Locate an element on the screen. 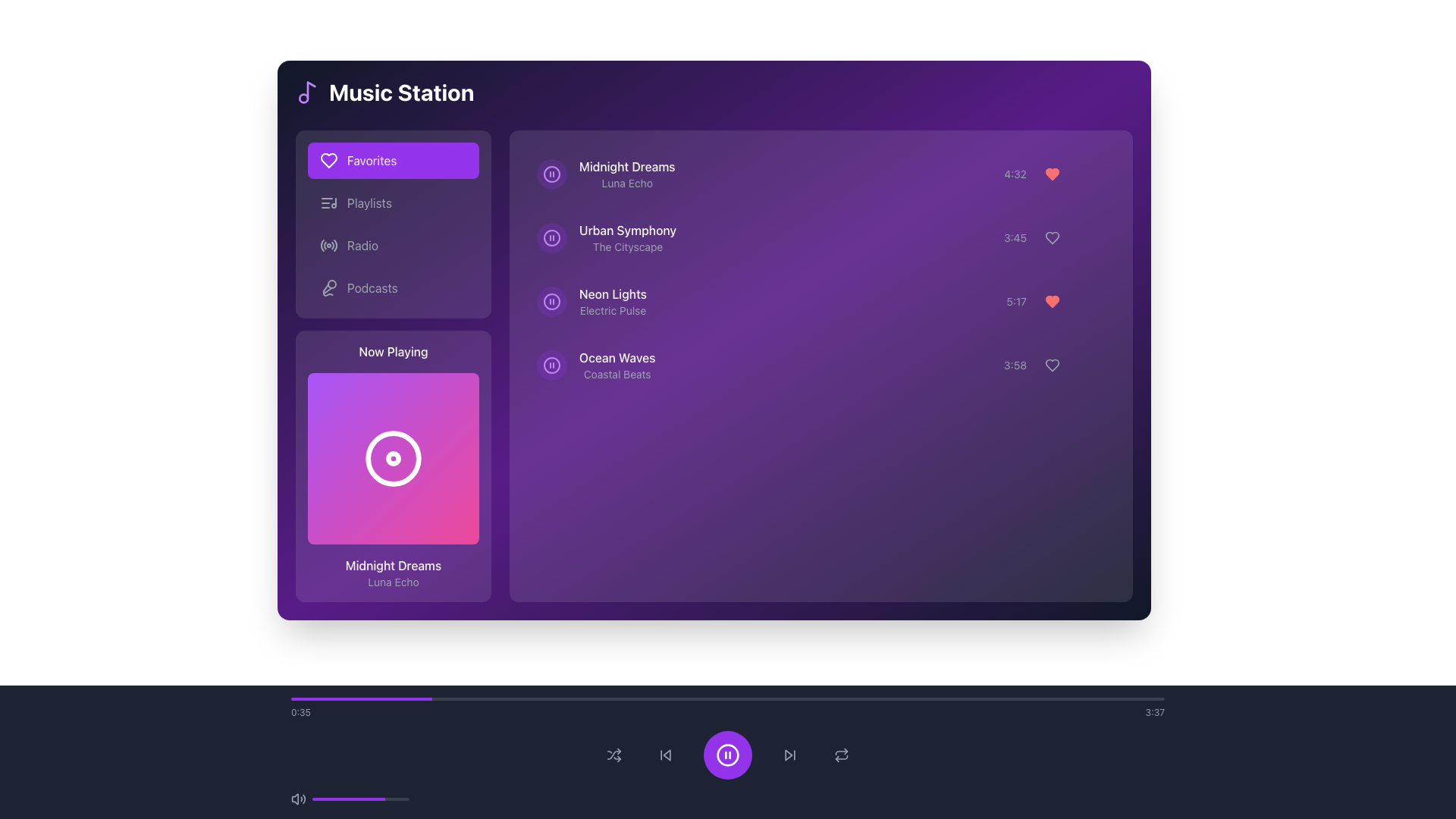 This screenshot has width=1456, height=819. playback position is located at coordinates (809, 698).